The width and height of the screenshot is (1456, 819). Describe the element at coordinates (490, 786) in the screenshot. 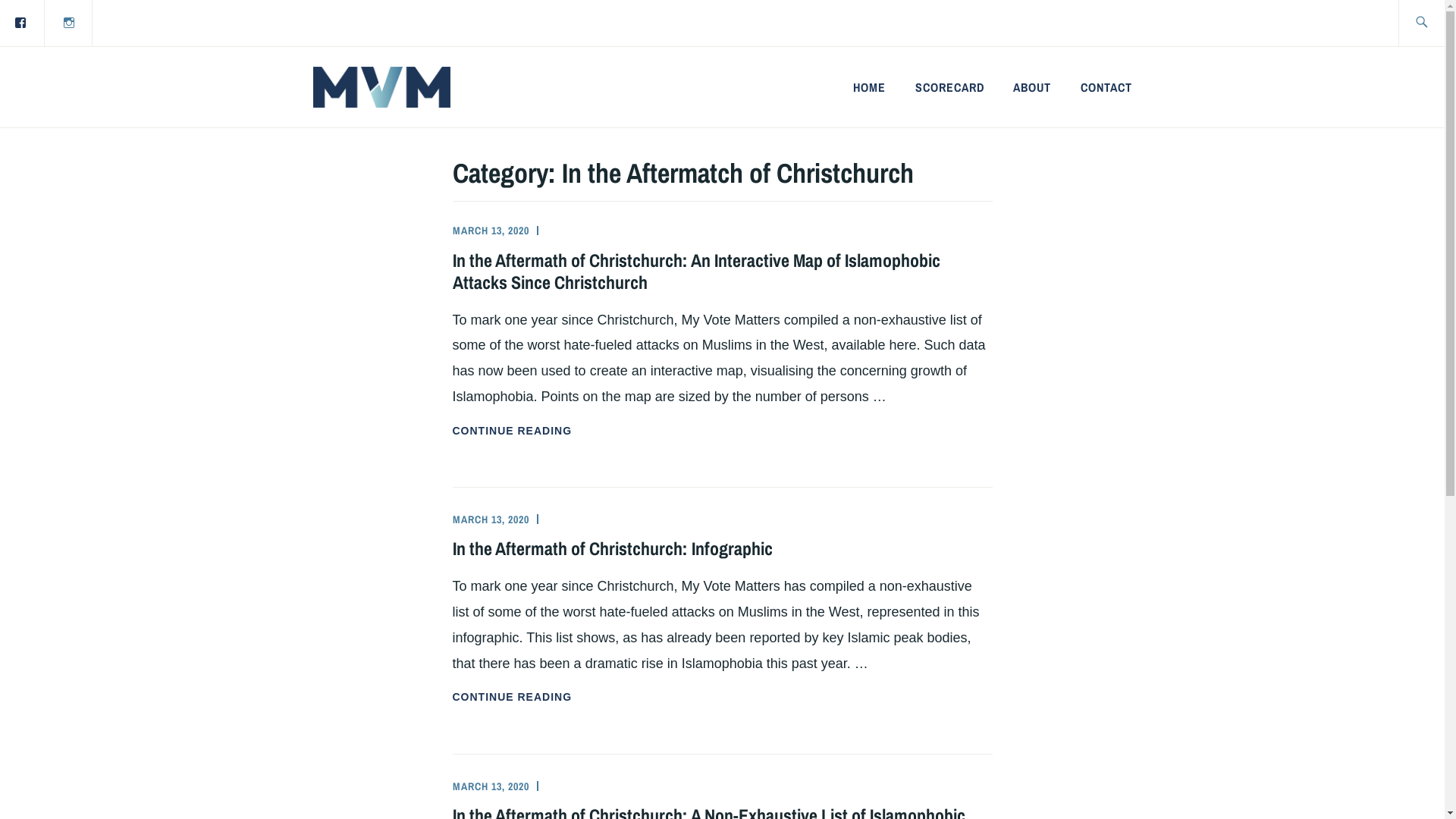

I see `'MARCH 13, 2020'` at that location.